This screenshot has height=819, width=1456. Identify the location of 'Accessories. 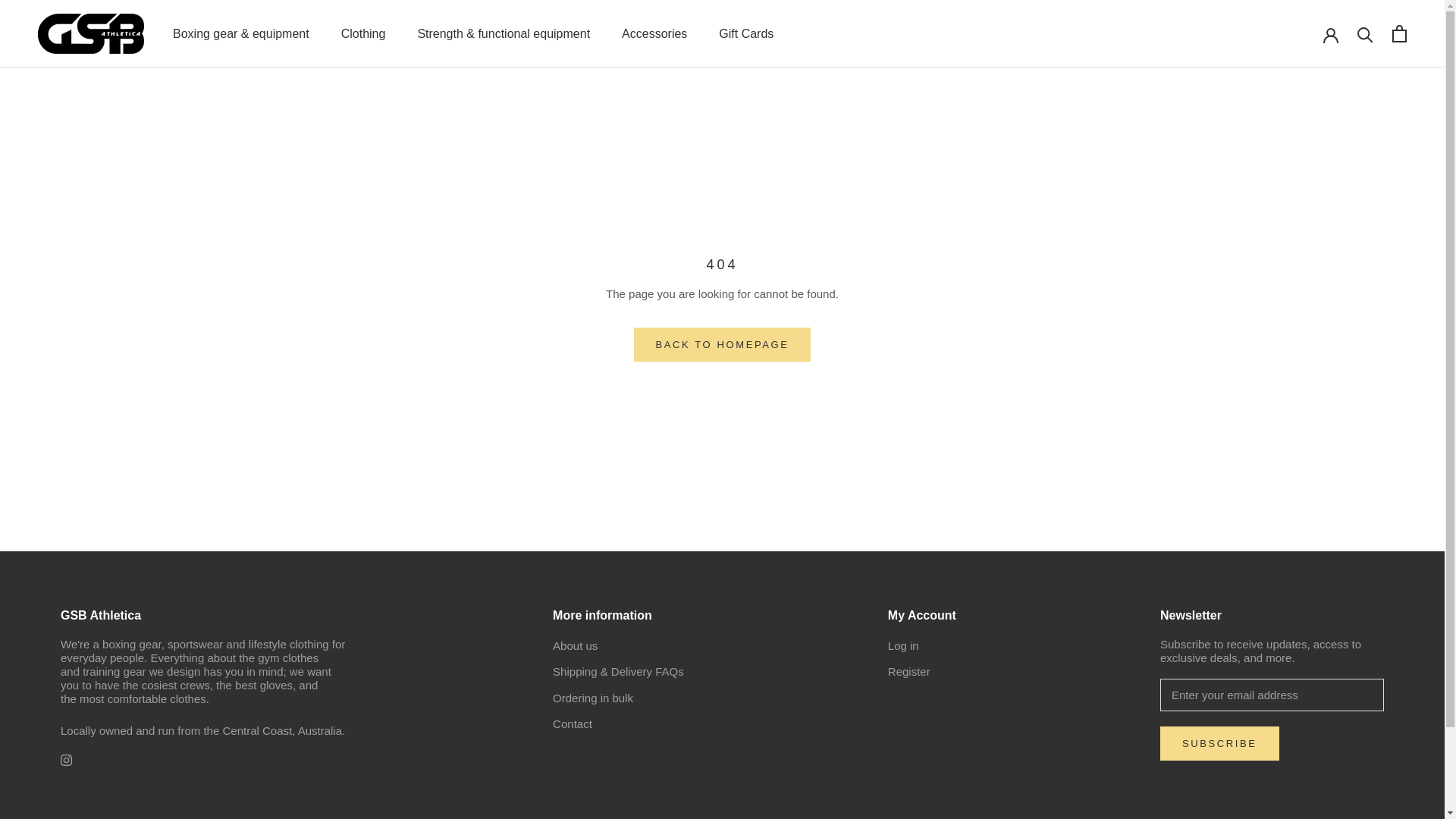
(654, 33).